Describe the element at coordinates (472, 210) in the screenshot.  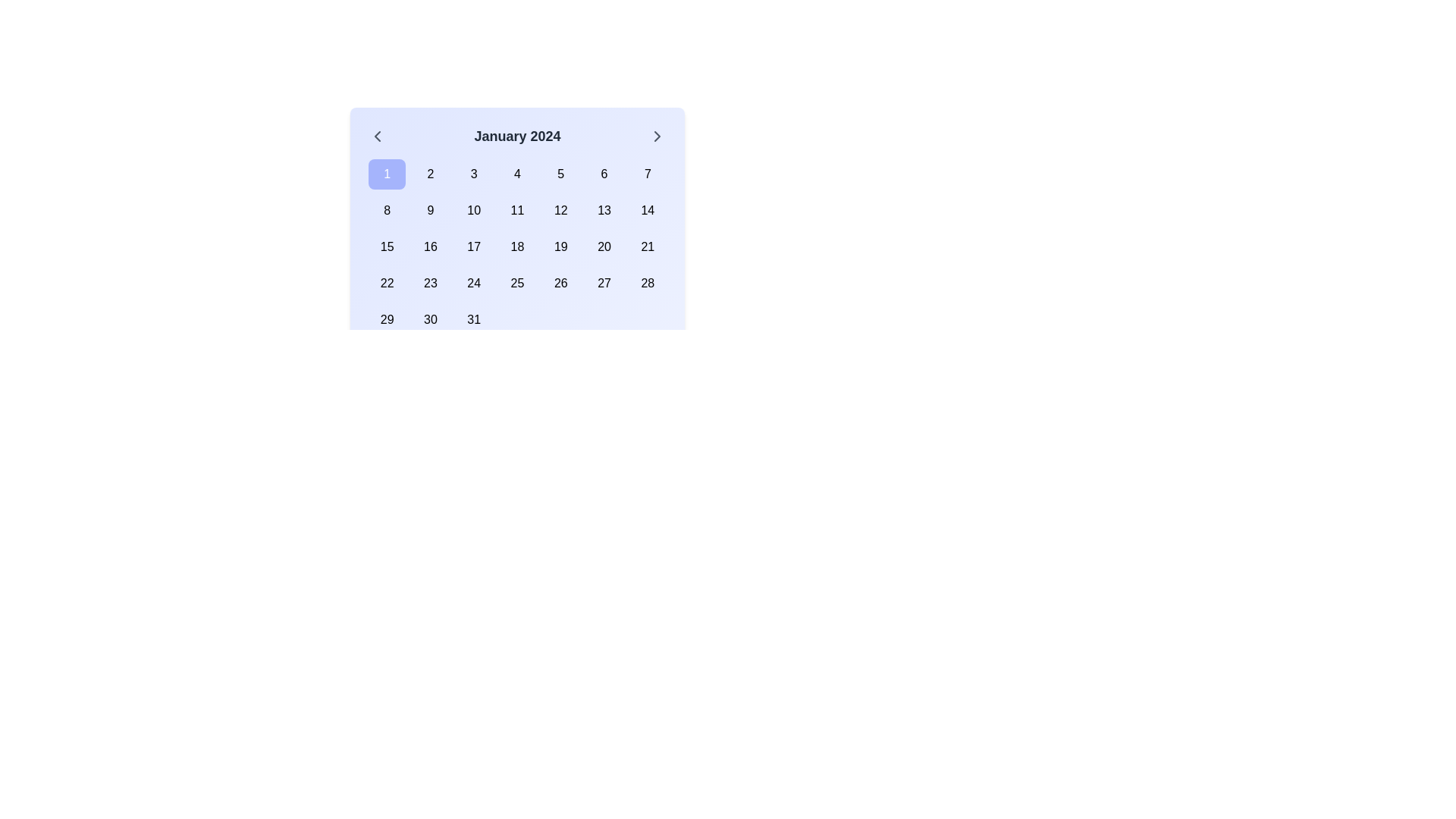
I see `the interactive button representing the day '10' in the January 2024 calendar` at that location.